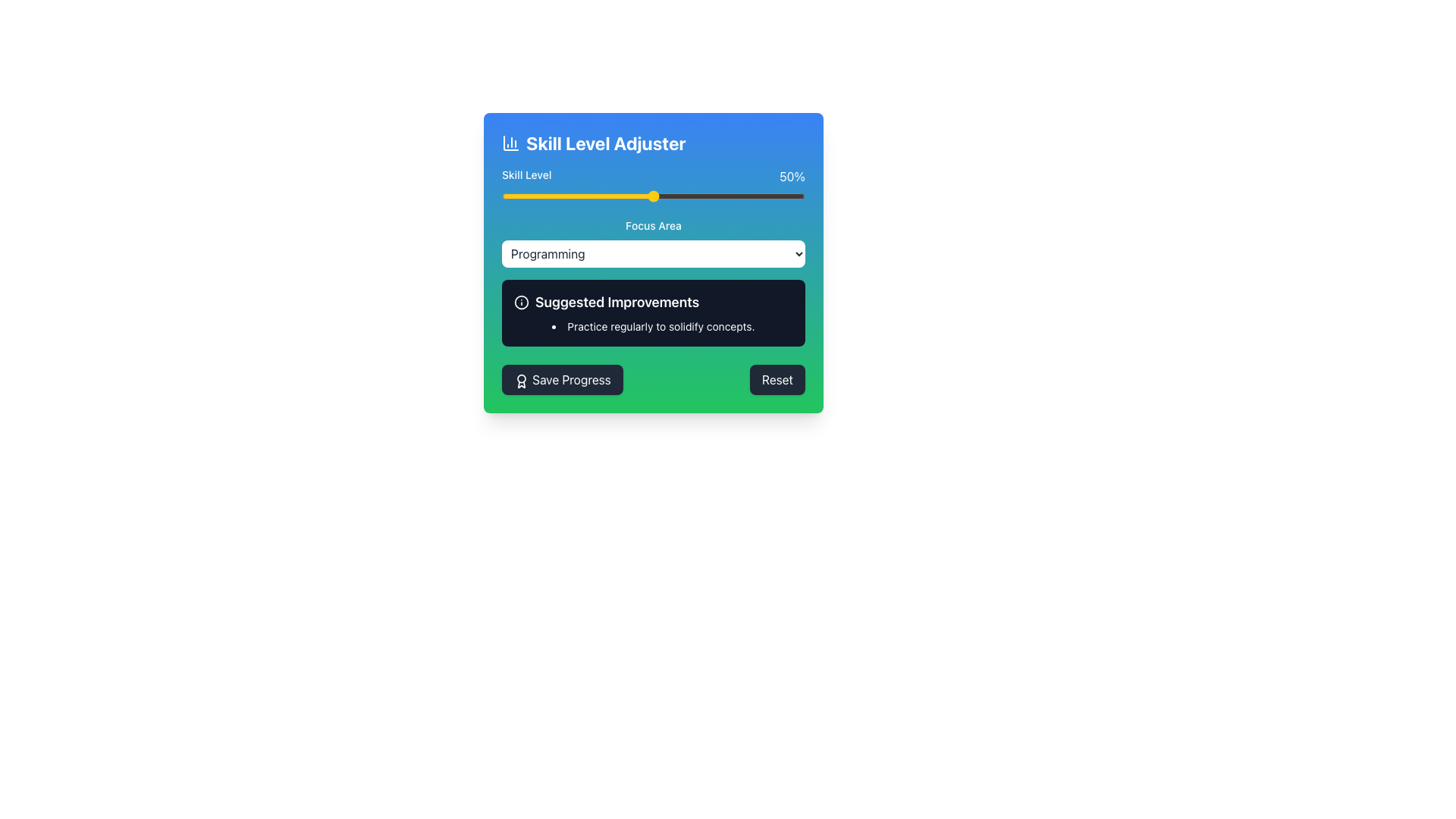 This screenshot has width=1456, height=819. I want to click on the slider, so click(654, 195).